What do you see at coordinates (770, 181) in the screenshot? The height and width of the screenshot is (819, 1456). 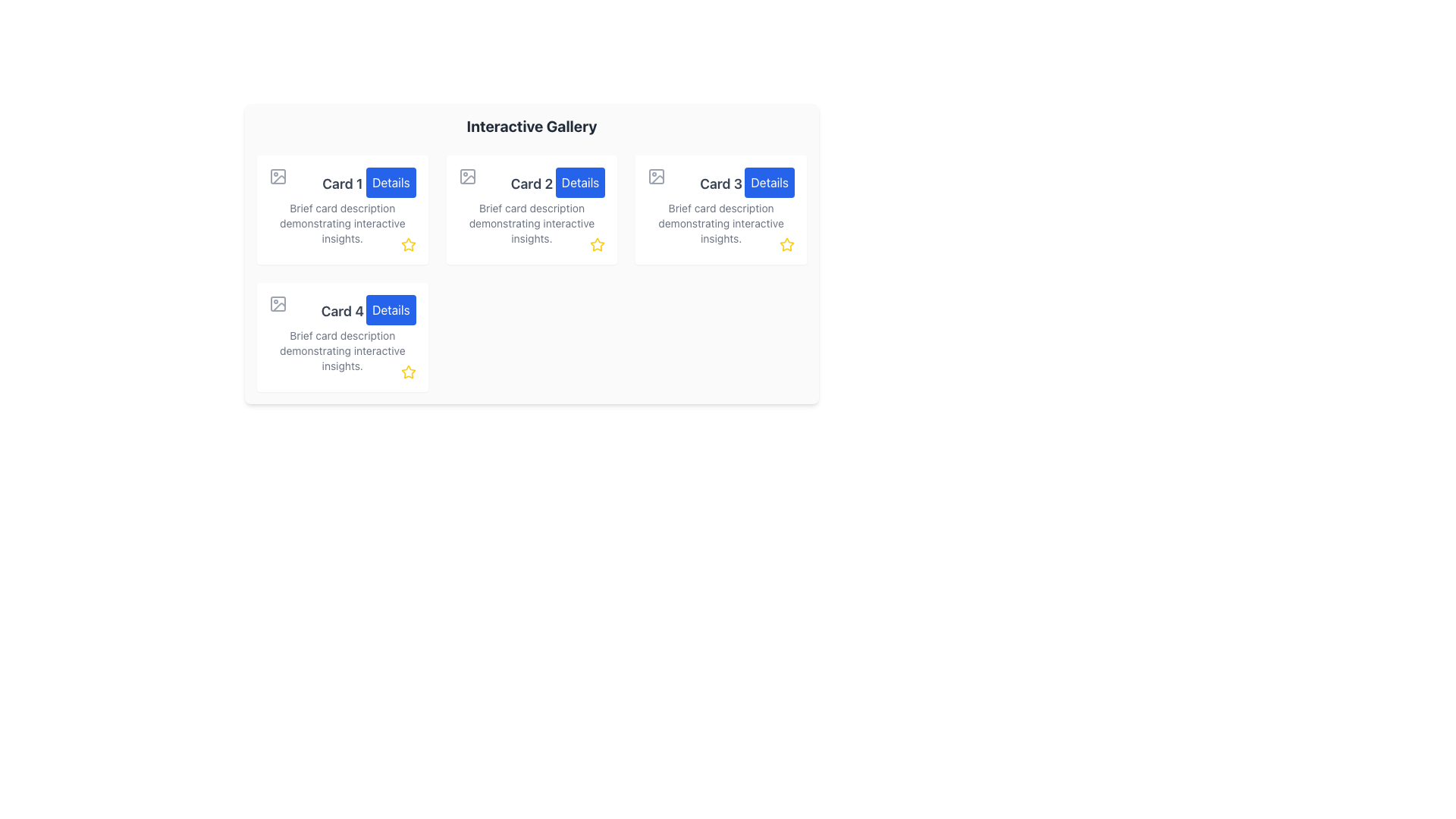 I see `the blue rectangular 'Details' button with white text located in the top-right corner of 'Card 3' within the 'Interactive Gallery' section` at bounding box center [770, 181].